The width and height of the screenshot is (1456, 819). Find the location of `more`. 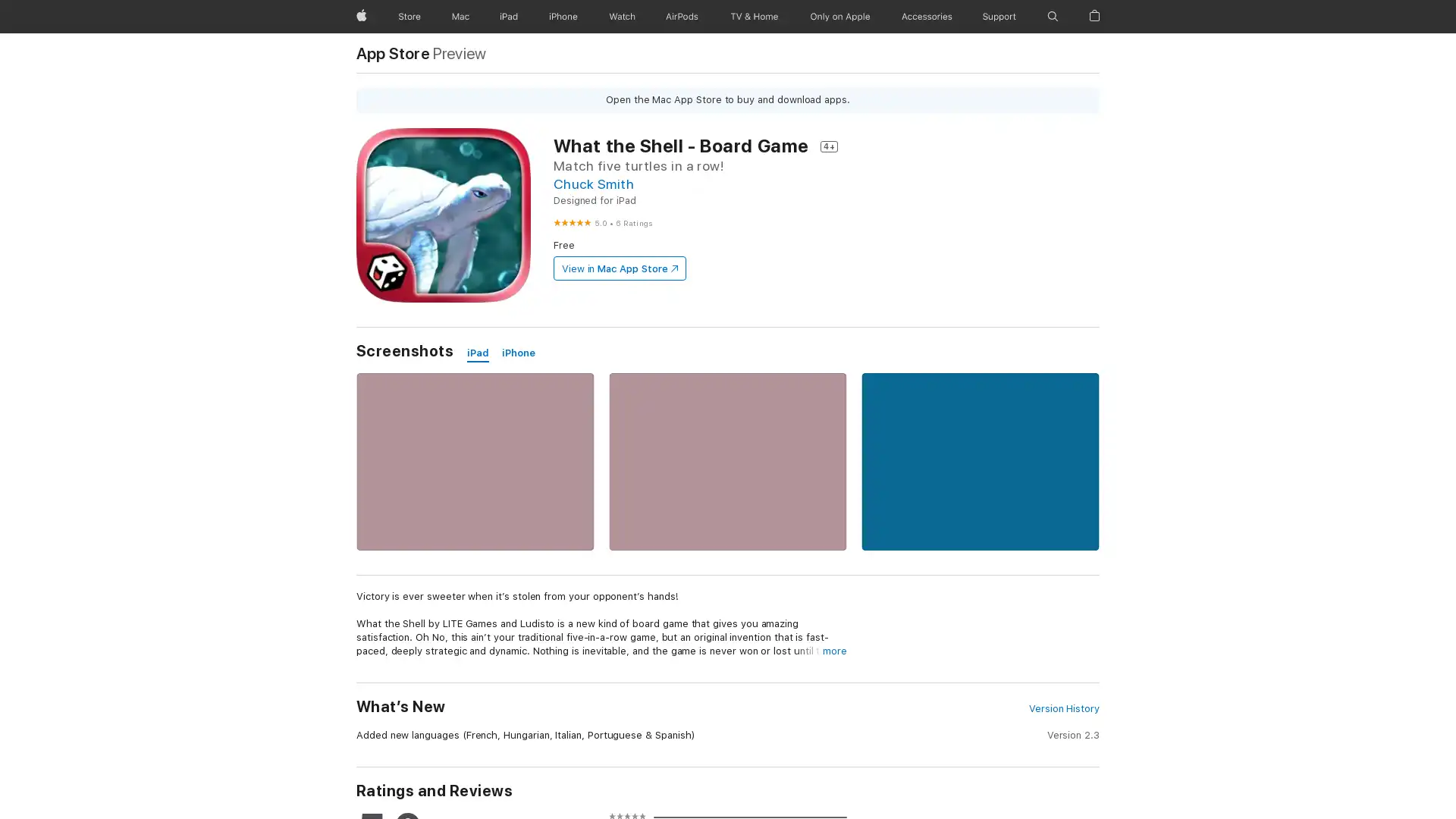

more is located at coordinates (833, 651).